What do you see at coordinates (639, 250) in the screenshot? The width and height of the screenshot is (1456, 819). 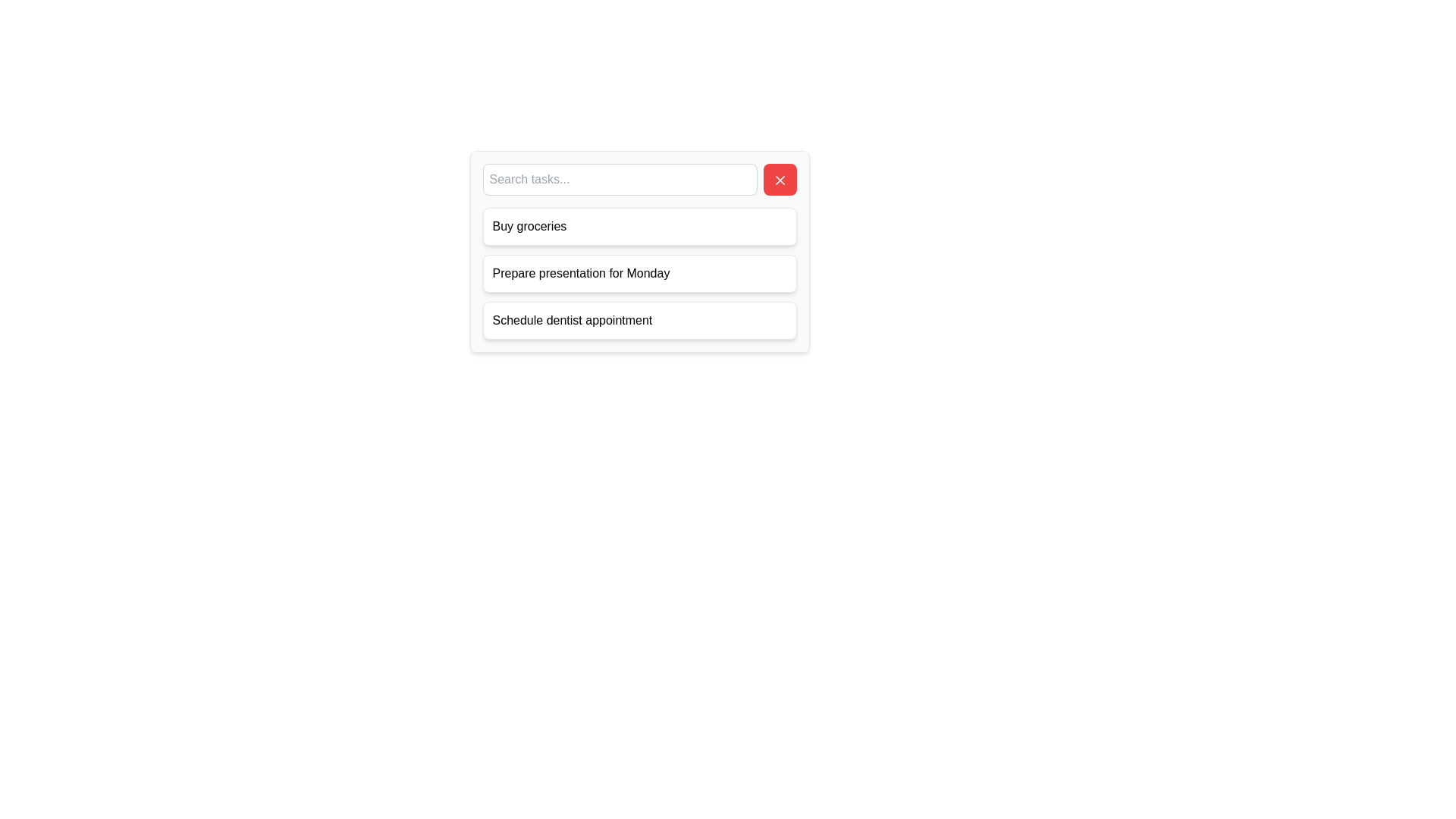 I see `on the second Text Display Box, which is a rounded rectangular card with a white background, located directly below the 'Buy groceries' card in a vertical stack` at bounding box center [639, 250].